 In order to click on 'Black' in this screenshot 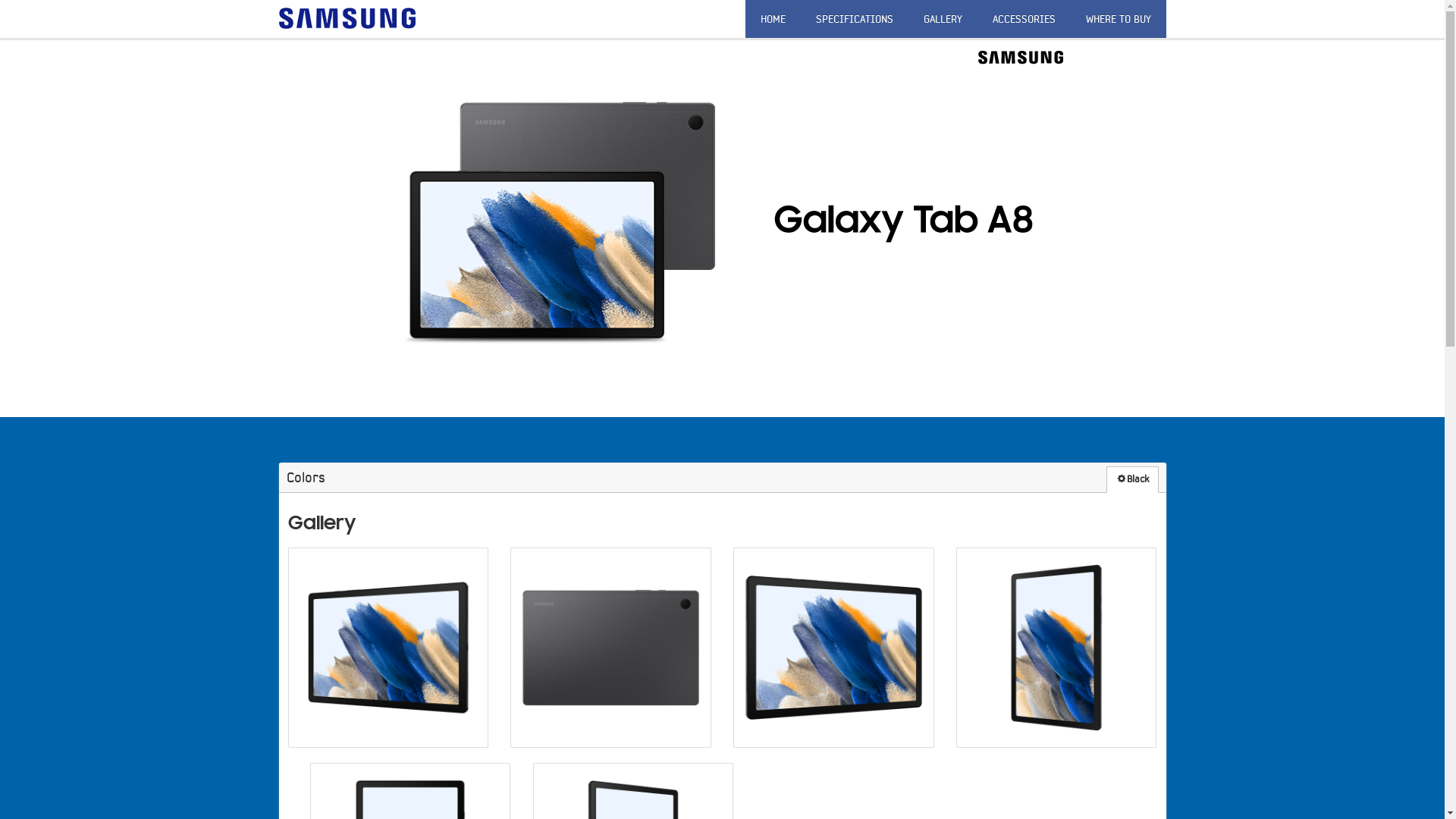, I will do `click(1131, 479)`.